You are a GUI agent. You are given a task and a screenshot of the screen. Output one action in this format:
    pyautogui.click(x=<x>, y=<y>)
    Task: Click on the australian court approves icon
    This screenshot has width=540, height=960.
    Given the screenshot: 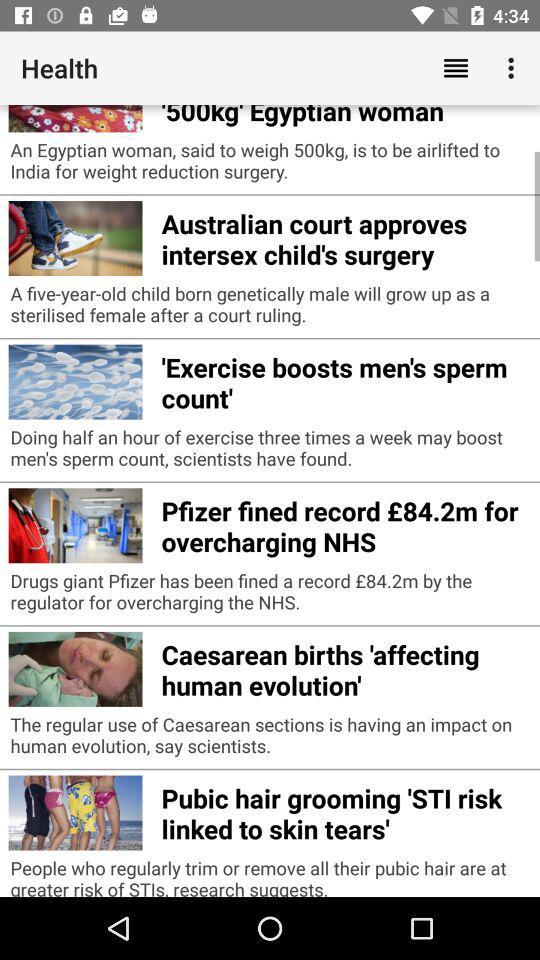 What is the action you would take?
    pyautogui.click(x=344, y=236)
    